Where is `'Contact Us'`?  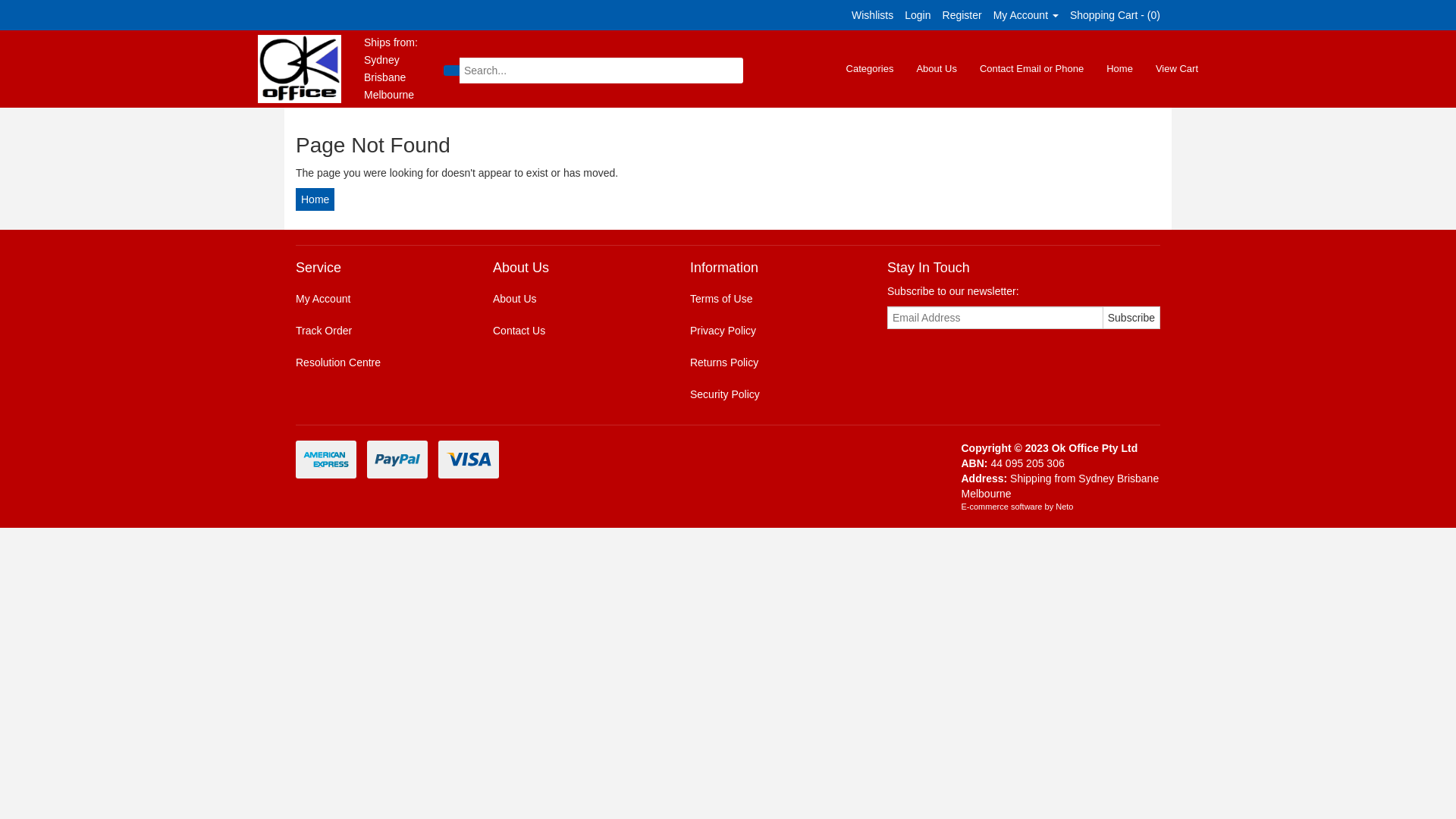
'Contact Us' is located at coordinates (573, 329).